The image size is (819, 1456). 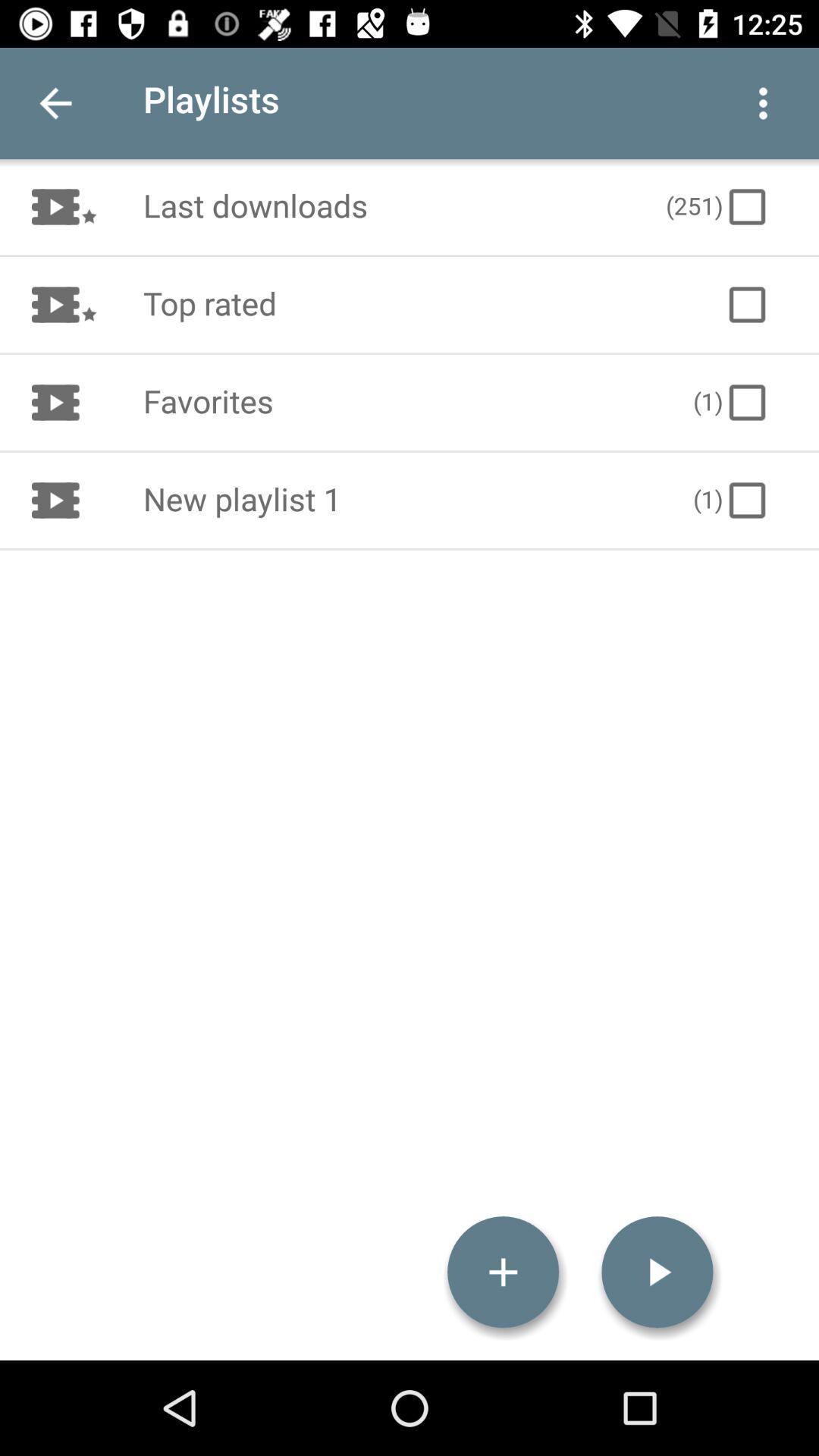 What do you see at coordinates (401, 500) in the screenshot?
I see `the item next to (1)` at bounding box center [401, 500].